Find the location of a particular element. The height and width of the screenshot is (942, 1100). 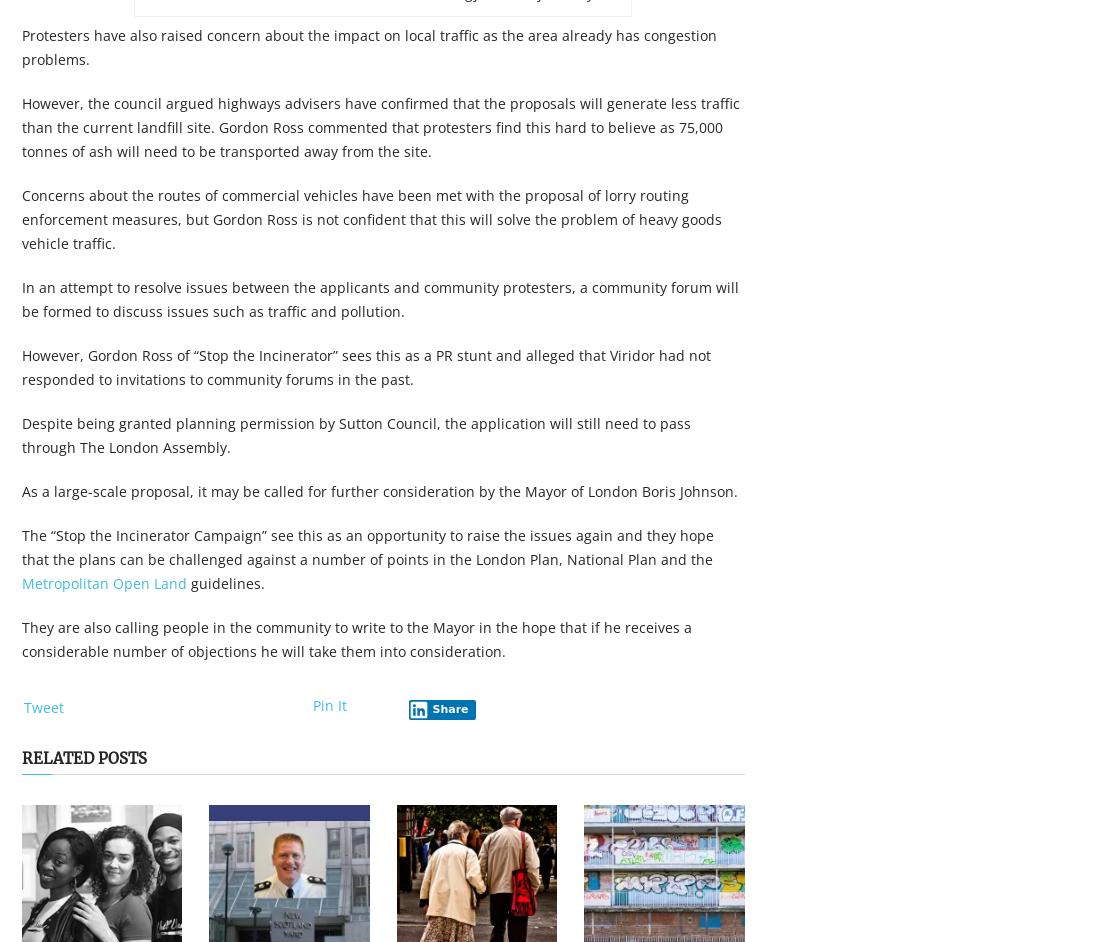

'guidelines.' is located at coordinates (226, 583).